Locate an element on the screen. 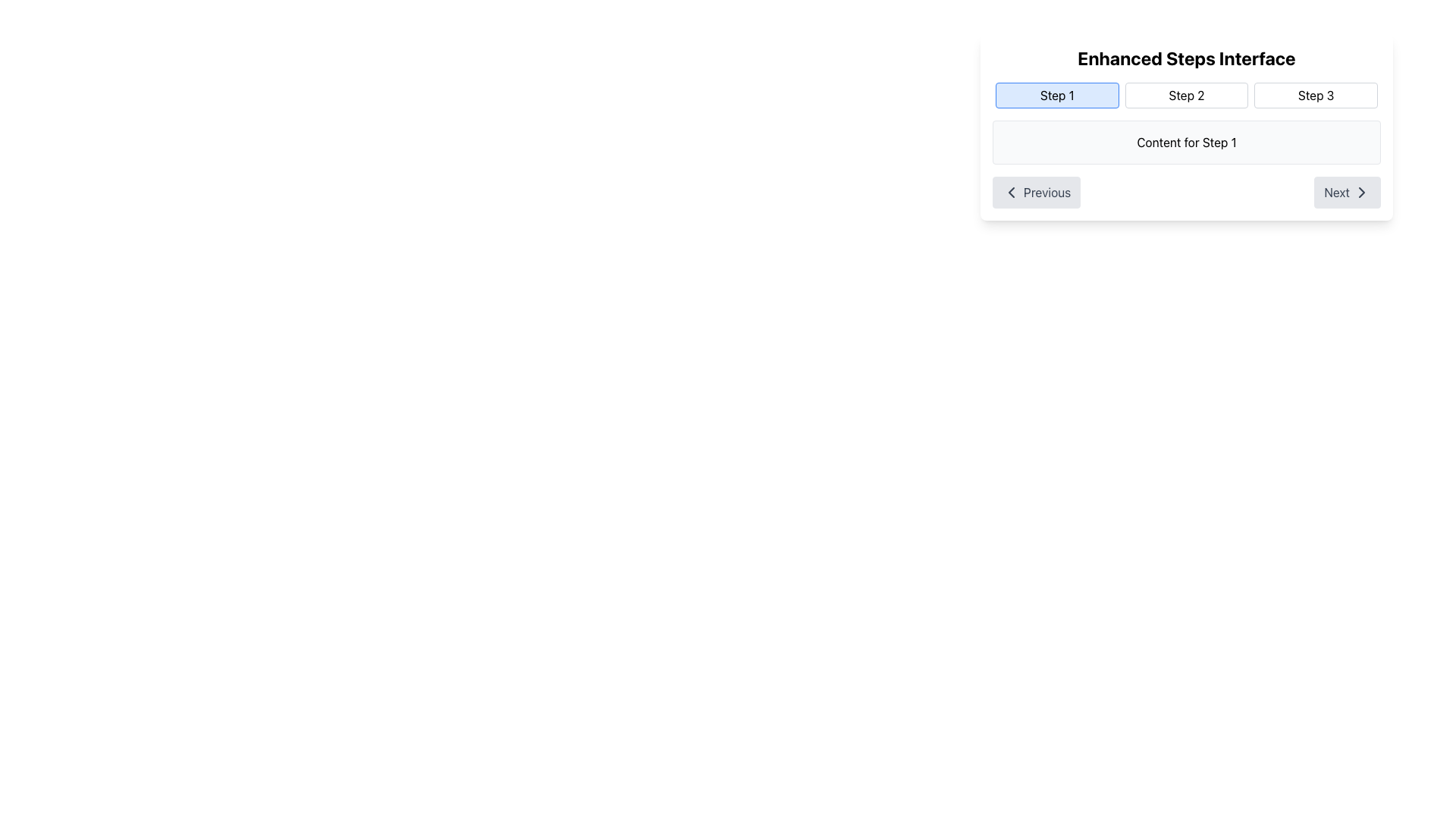 The width and height of the screenshot is (1456, 819). the chevron icon located inside the 'Previous' button is located at coordinates (1012, 192).